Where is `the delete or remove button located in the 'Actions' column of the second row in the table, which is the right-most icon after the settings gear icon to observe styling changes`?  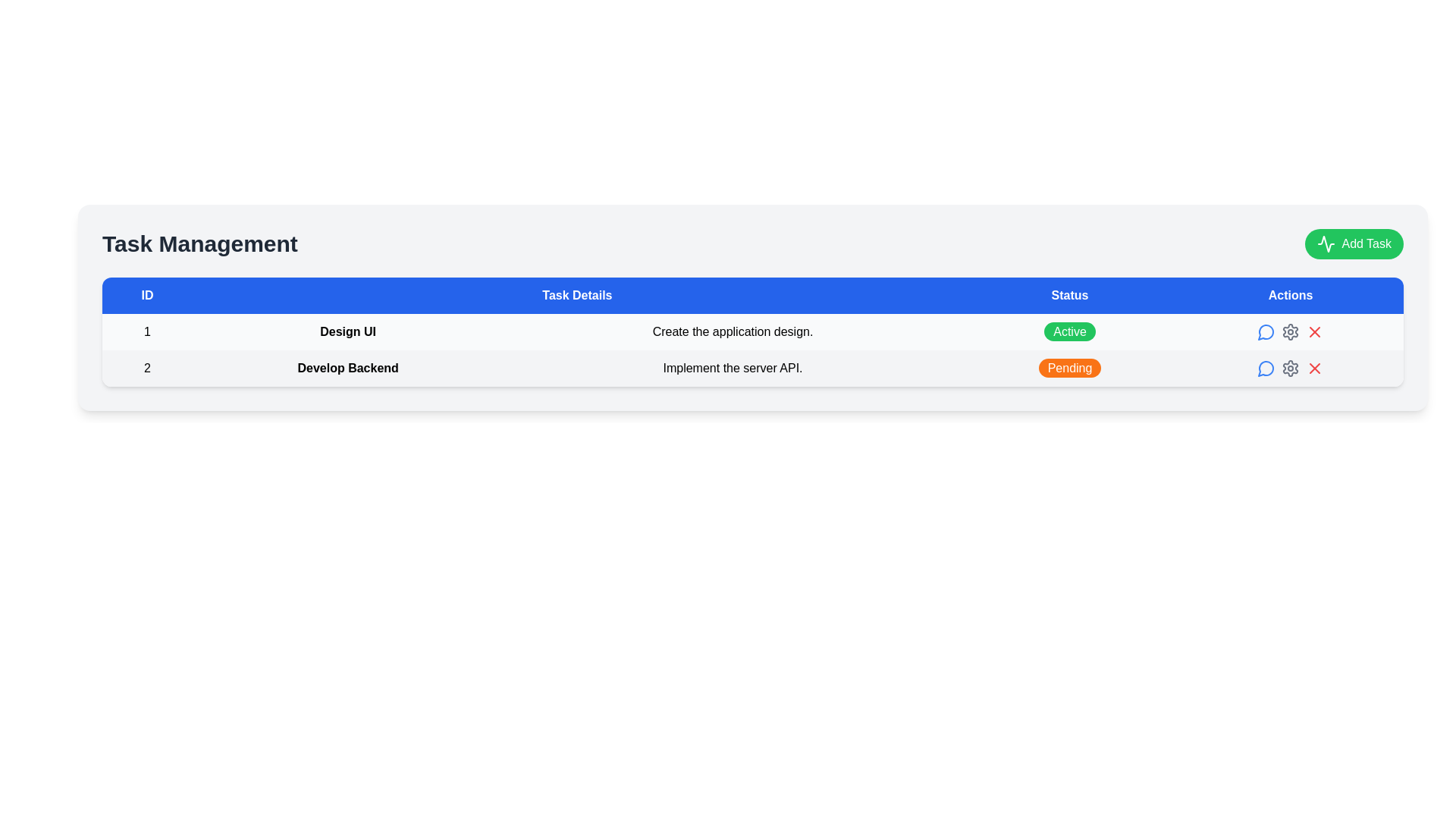
the delete or remove button located in the 'Actions' column of the second row in the table, which is the right-most icon after the settings gear icon to observe styling changes is located at coordinates (1314, 331).